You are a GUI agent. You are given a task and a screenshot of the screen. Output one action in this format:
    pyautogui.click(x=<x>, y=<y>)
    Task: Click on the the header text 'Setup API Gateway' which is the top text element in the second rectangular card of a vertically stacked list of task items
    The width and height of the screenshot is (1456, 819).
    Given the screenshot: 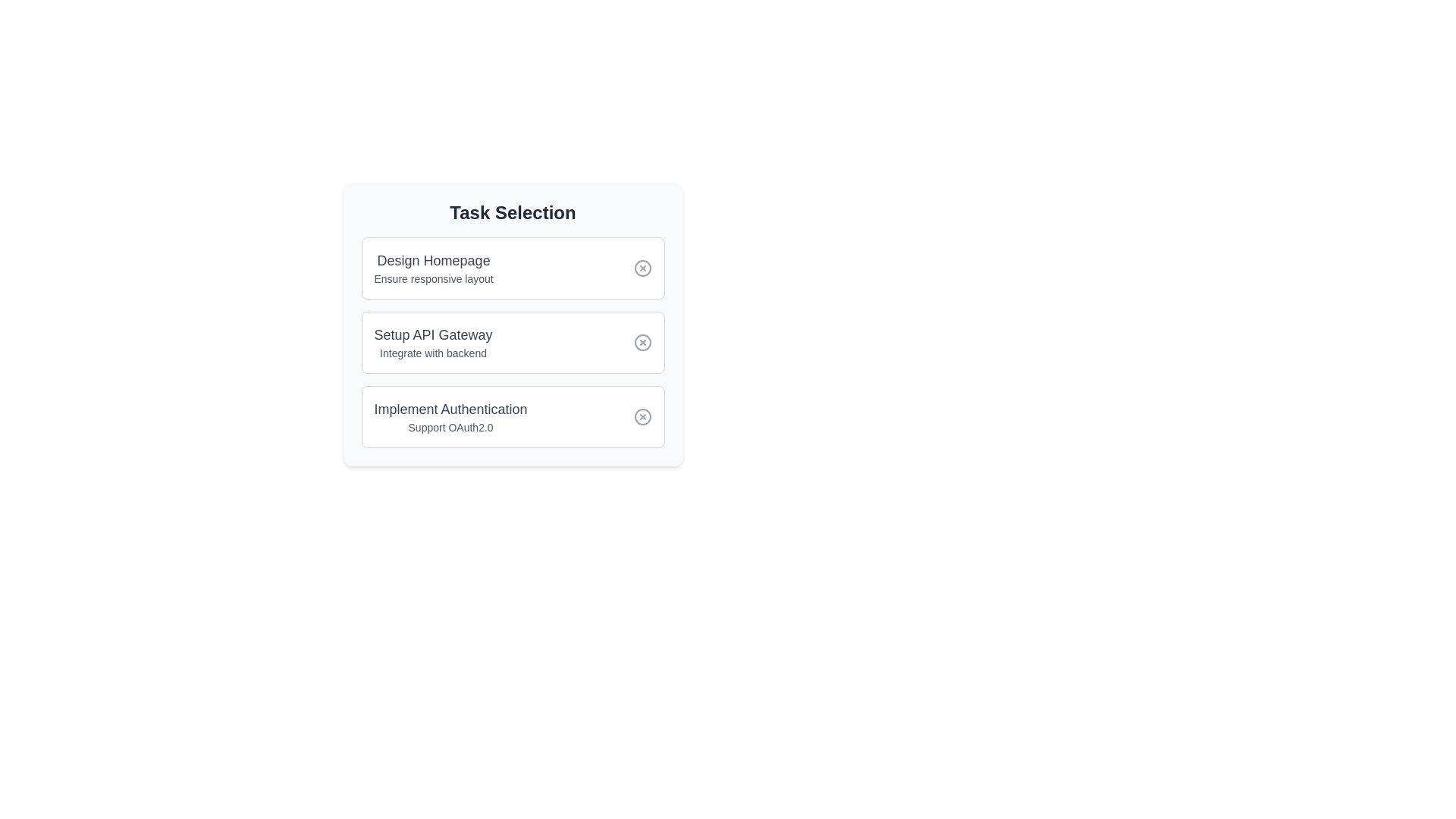 What is the action you would take?
    pyautogui.click(x=432, y=334)
    